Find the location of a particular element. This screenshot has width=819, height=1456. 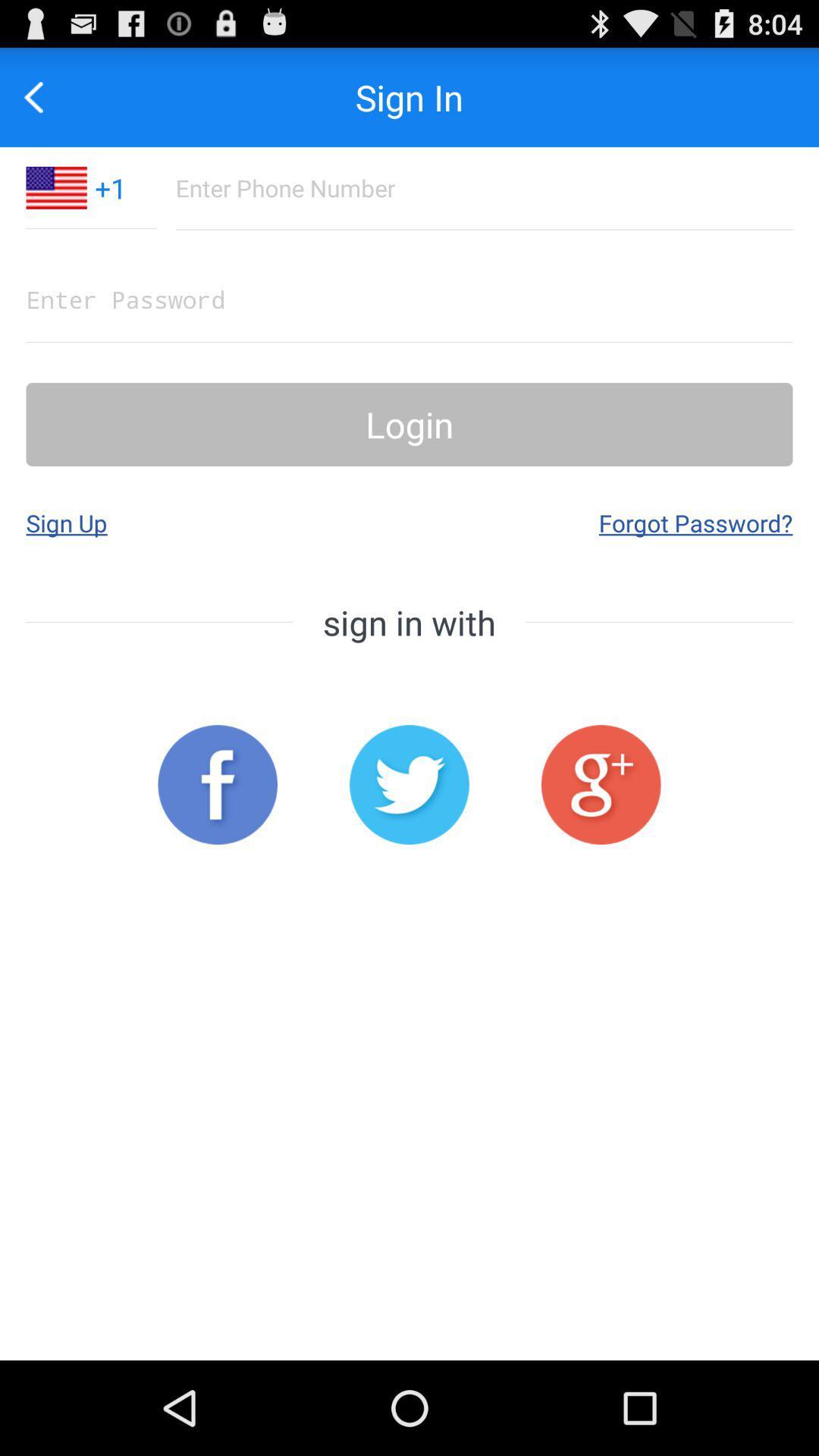

twitter icon is located at coordinates (409, 785).